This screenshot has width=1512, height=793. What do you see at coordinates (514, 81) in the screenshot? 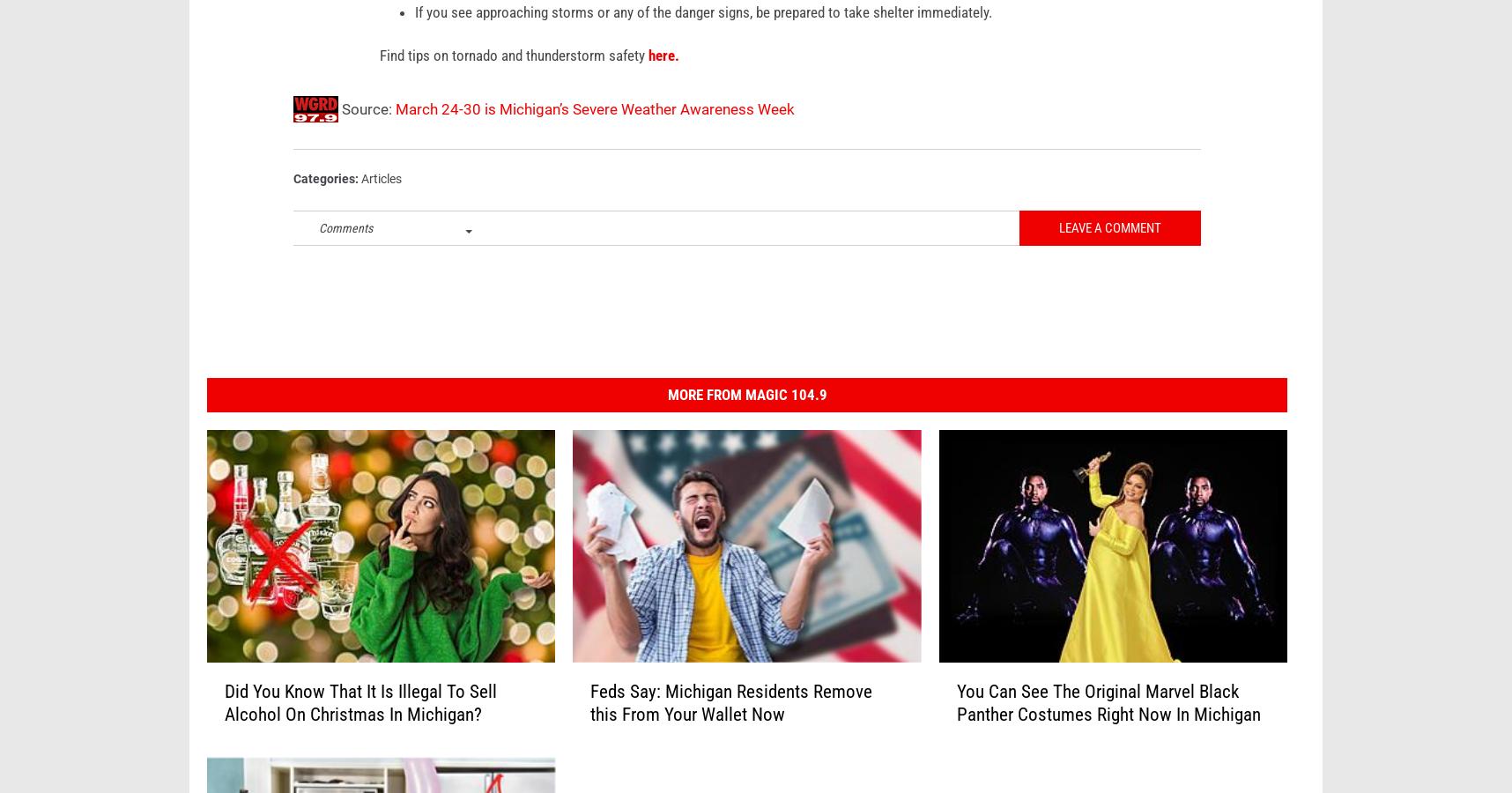
I see `'Find tips on tornado and thunderstorm safety'` at bounding box center [514, 81].